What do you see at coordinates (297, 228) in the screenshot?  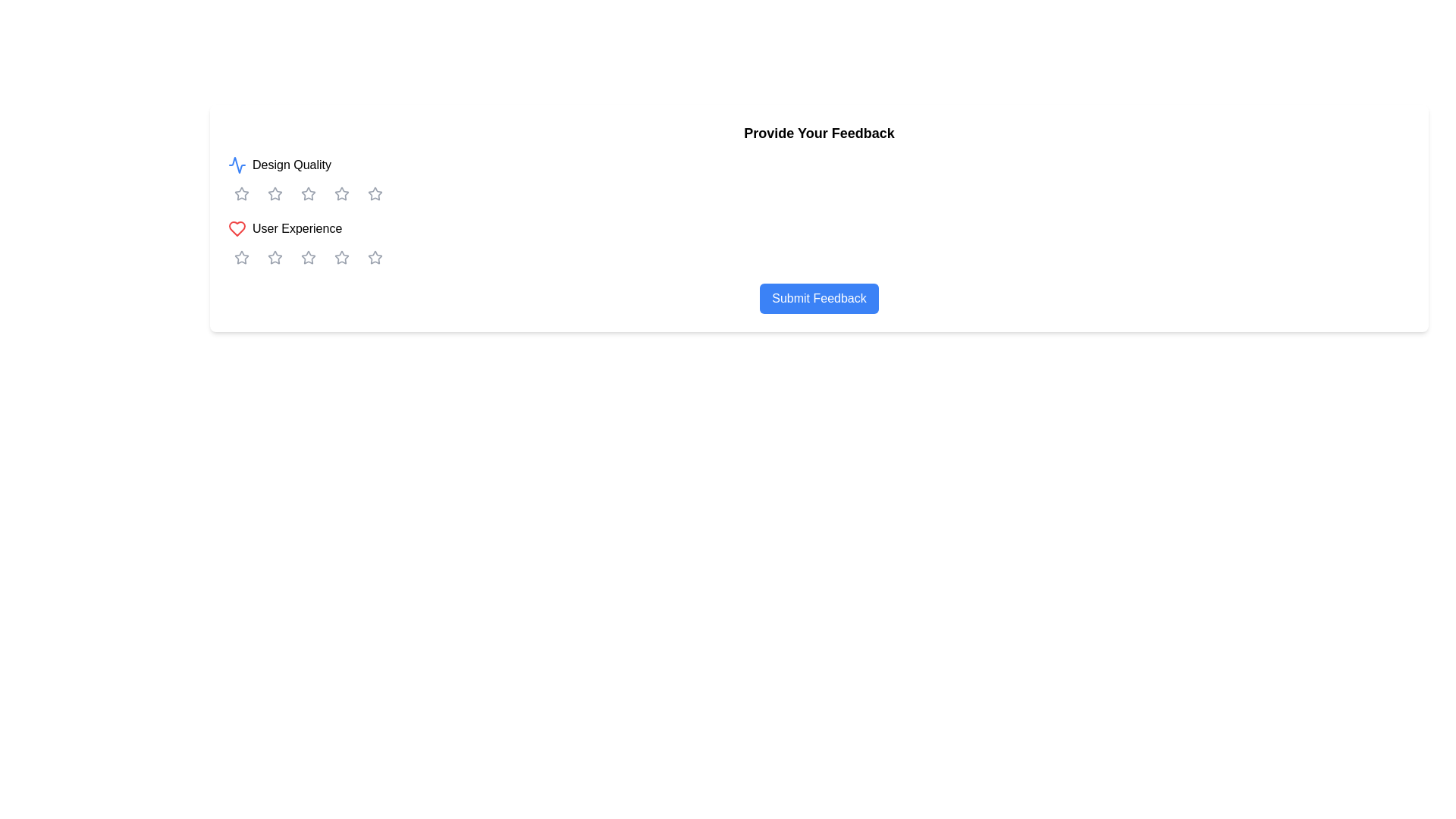 I see `the text label displaying 'User Experience'` at bounding box center [297, 228].